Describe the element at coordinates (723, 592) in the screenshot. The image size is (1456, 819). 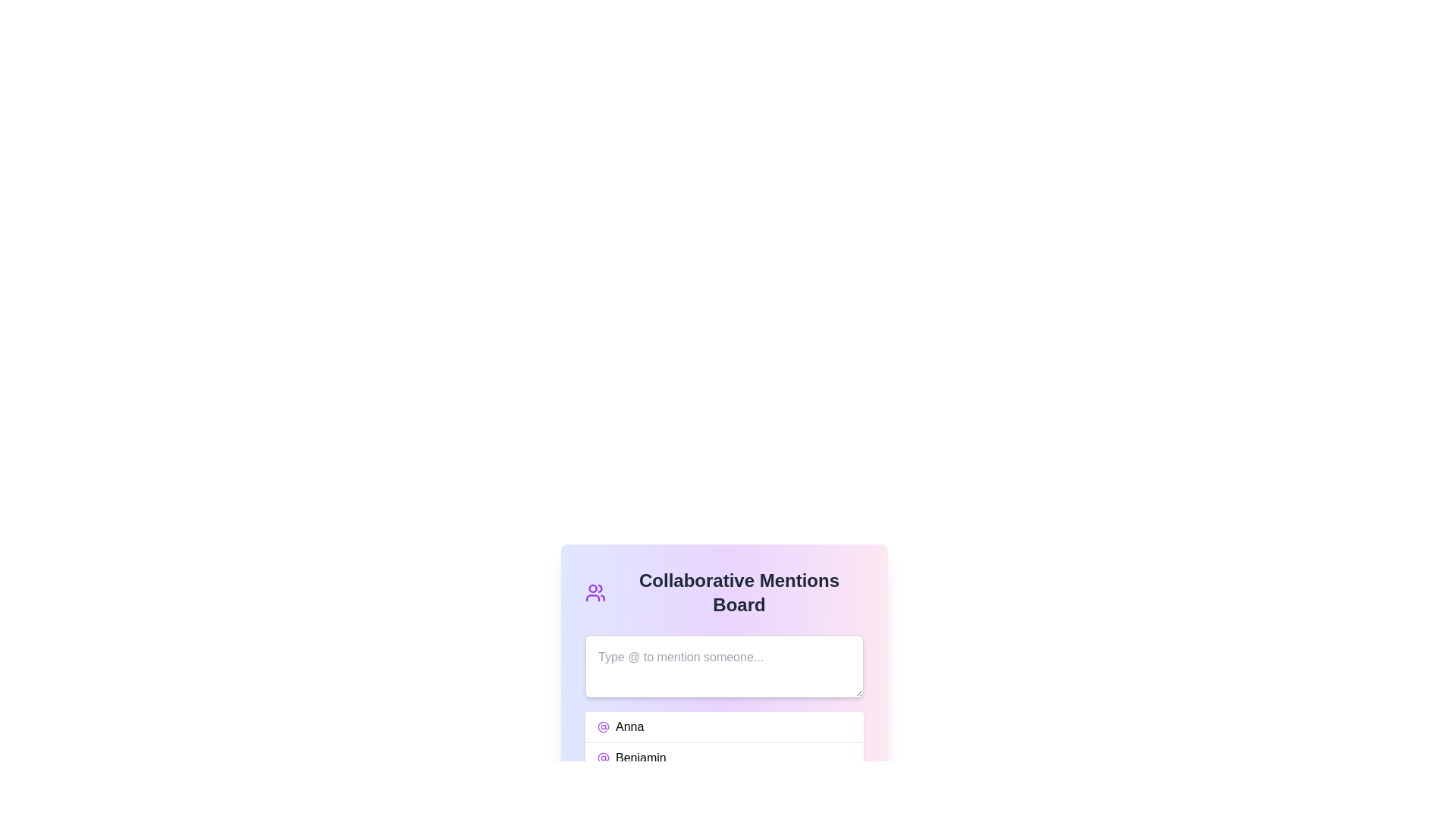
I see `header text 'Collaborative Mentions Board' to understand the section's purpose, which is located at the top of the form-like section above the text input field` at that location.